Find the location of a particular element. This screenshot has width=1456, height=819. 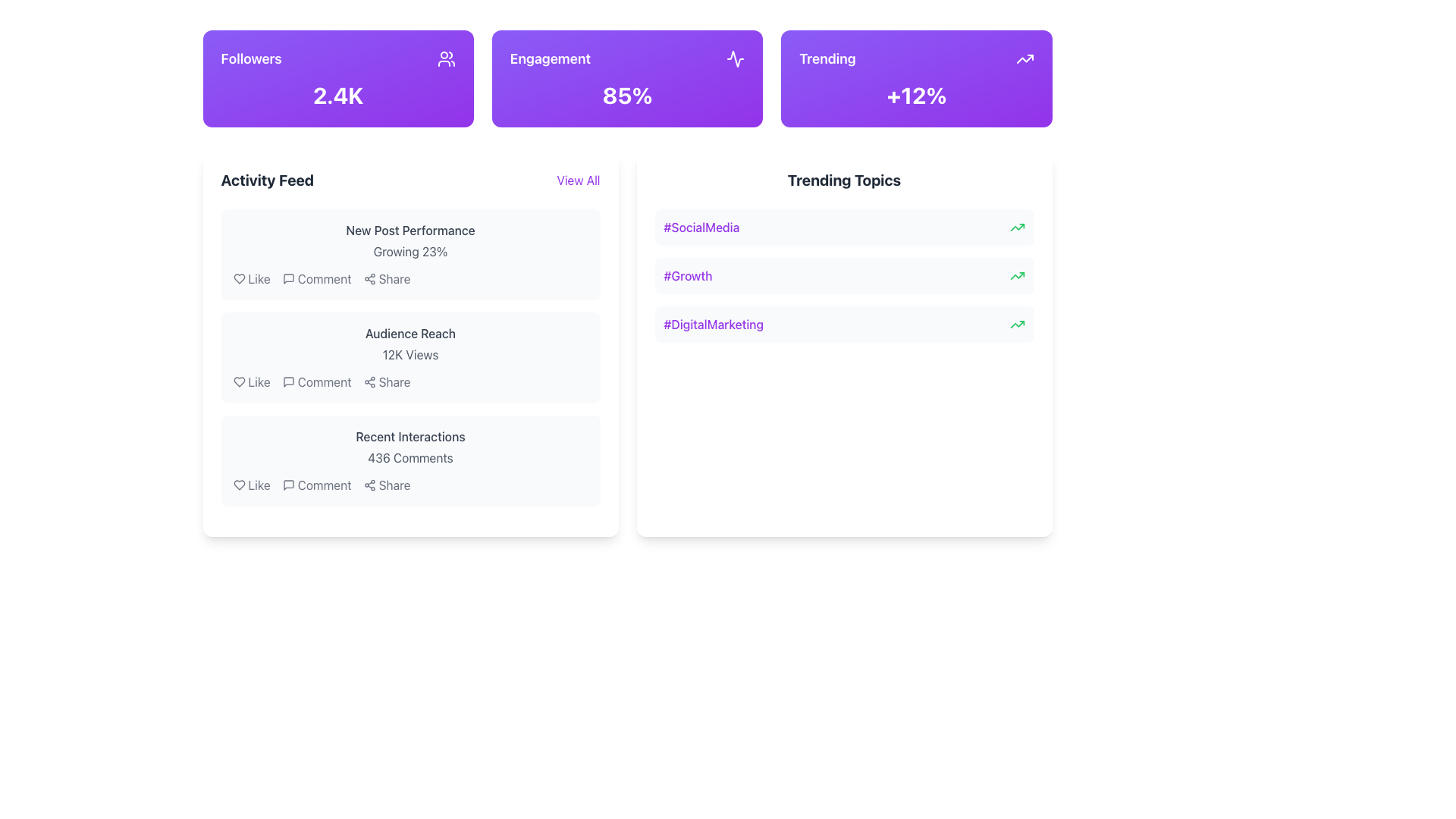

the static text label that serves as the title for the post's performance report, located above the text 'Growing 23%' in the Activity Feed section is located at coordinates (410, 231).